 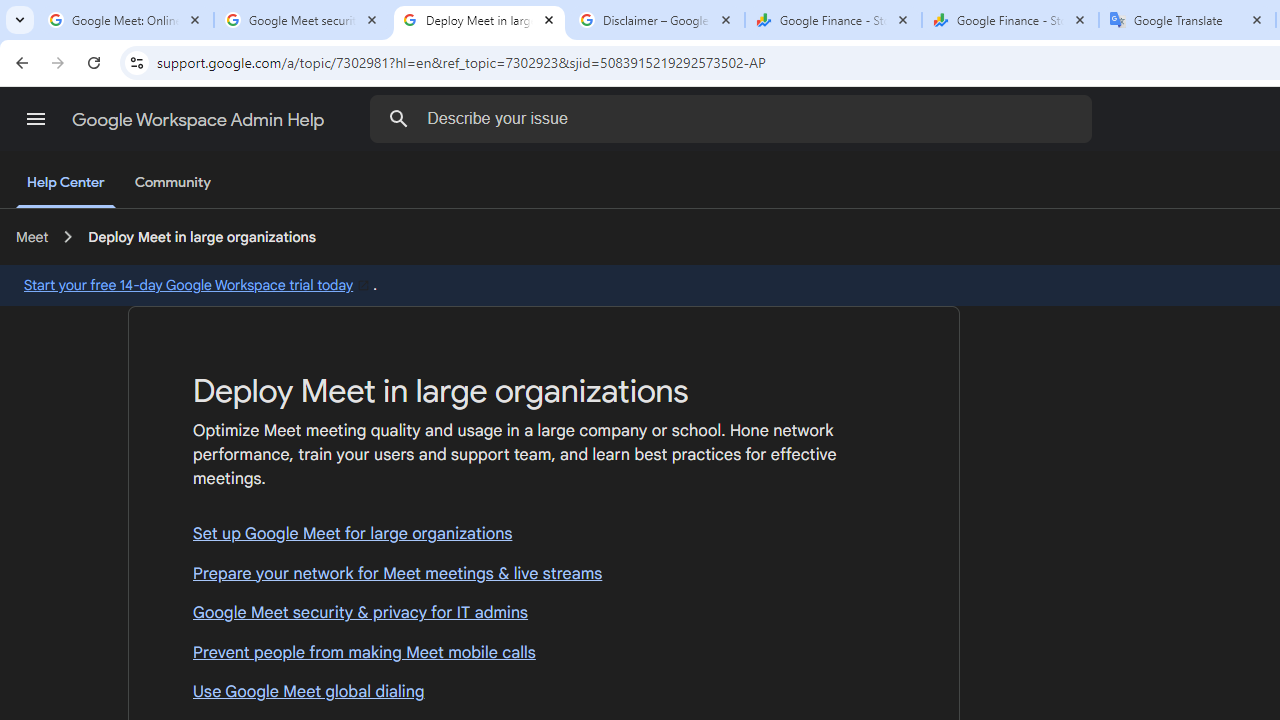 I want to click on 'Start your free 14-day Google Workspace trial today', so click(x=199, y=284).